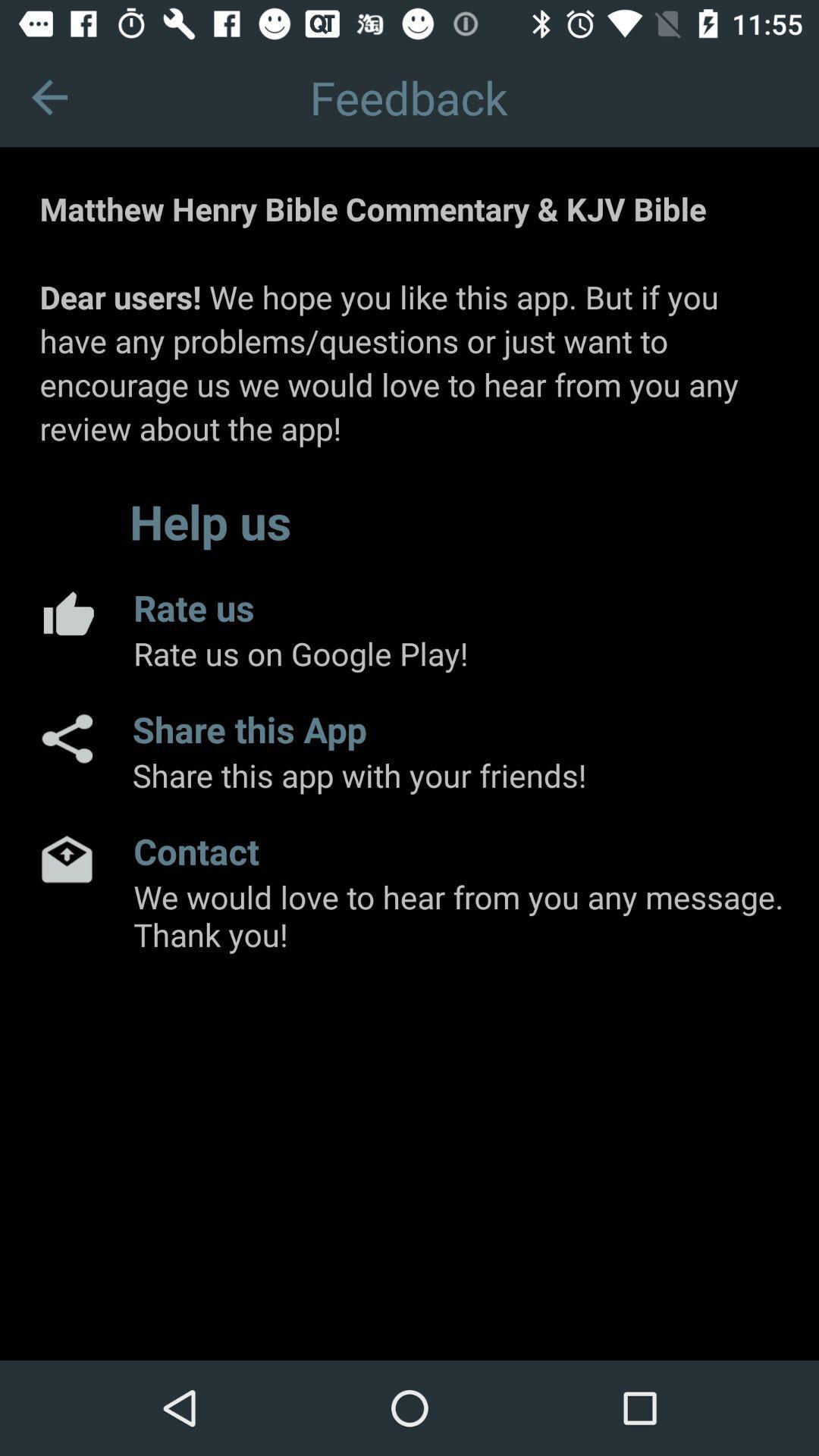  I want to click on email, so click(66, 858).